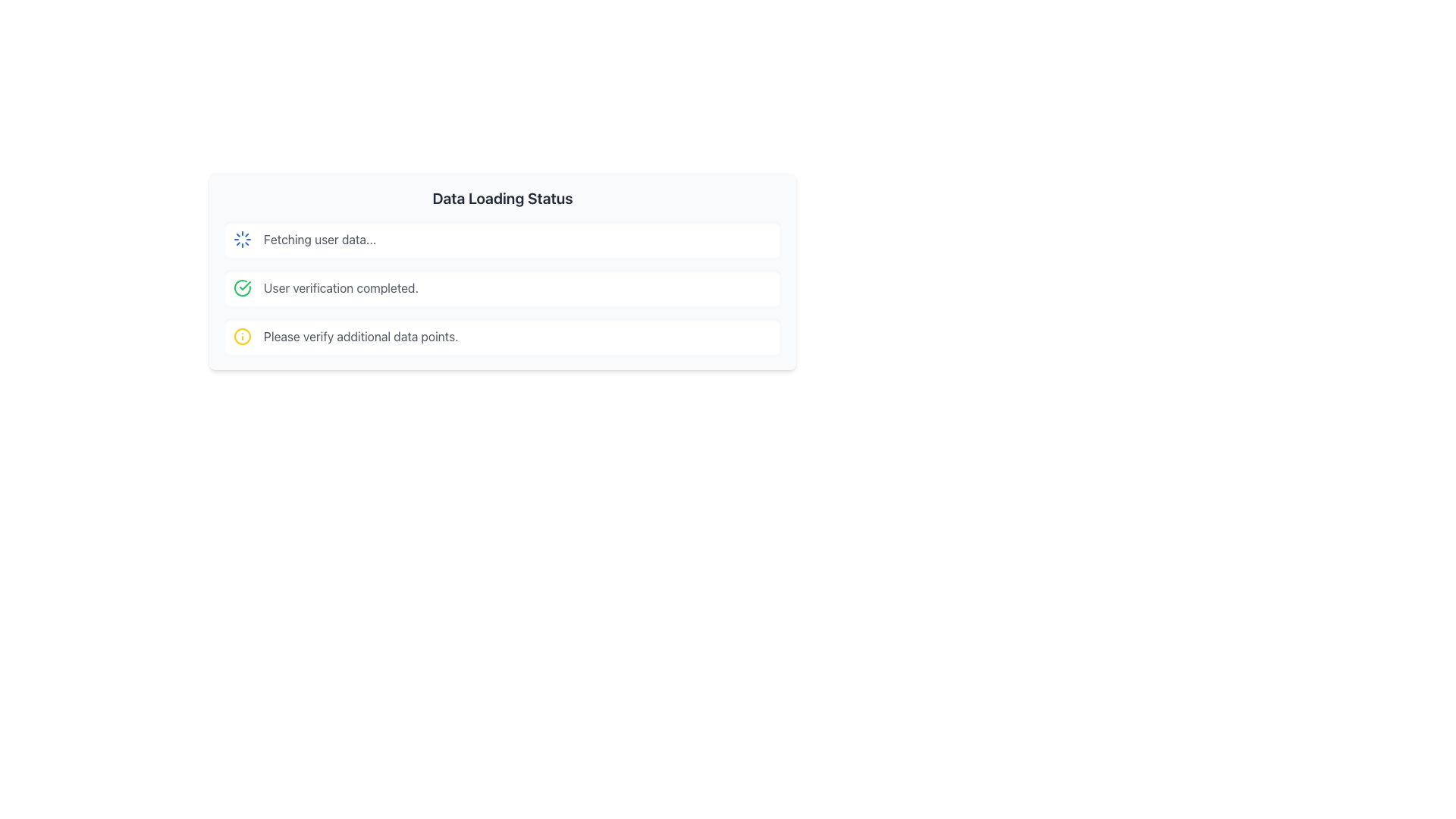 The width and height of the screenshot is (1456, 819). Describe the element at coordinates (243, 335) in the screenshot. I see `the yellow SVG Circle Shape element that is part of the warning icon in the 'Please verify additional data points' row of the Data Loading Status area` at that location.